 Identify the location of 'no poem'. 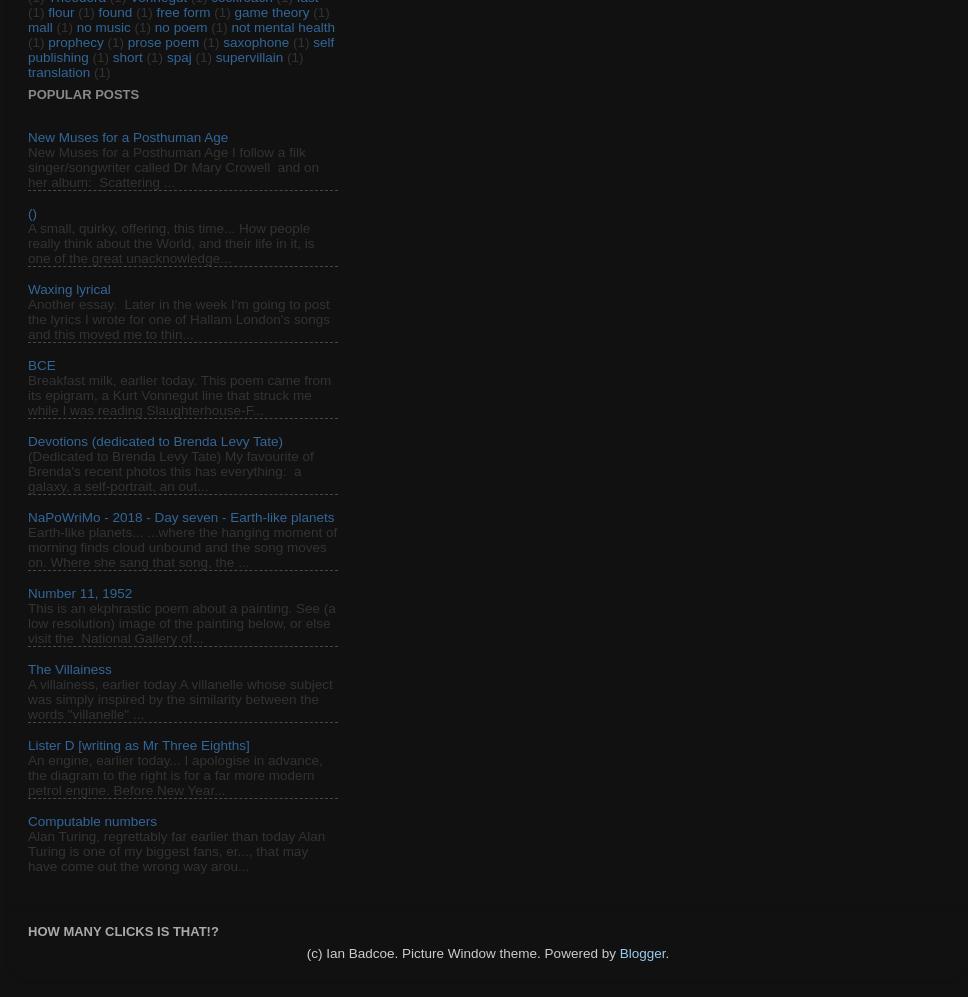
(180, 27).